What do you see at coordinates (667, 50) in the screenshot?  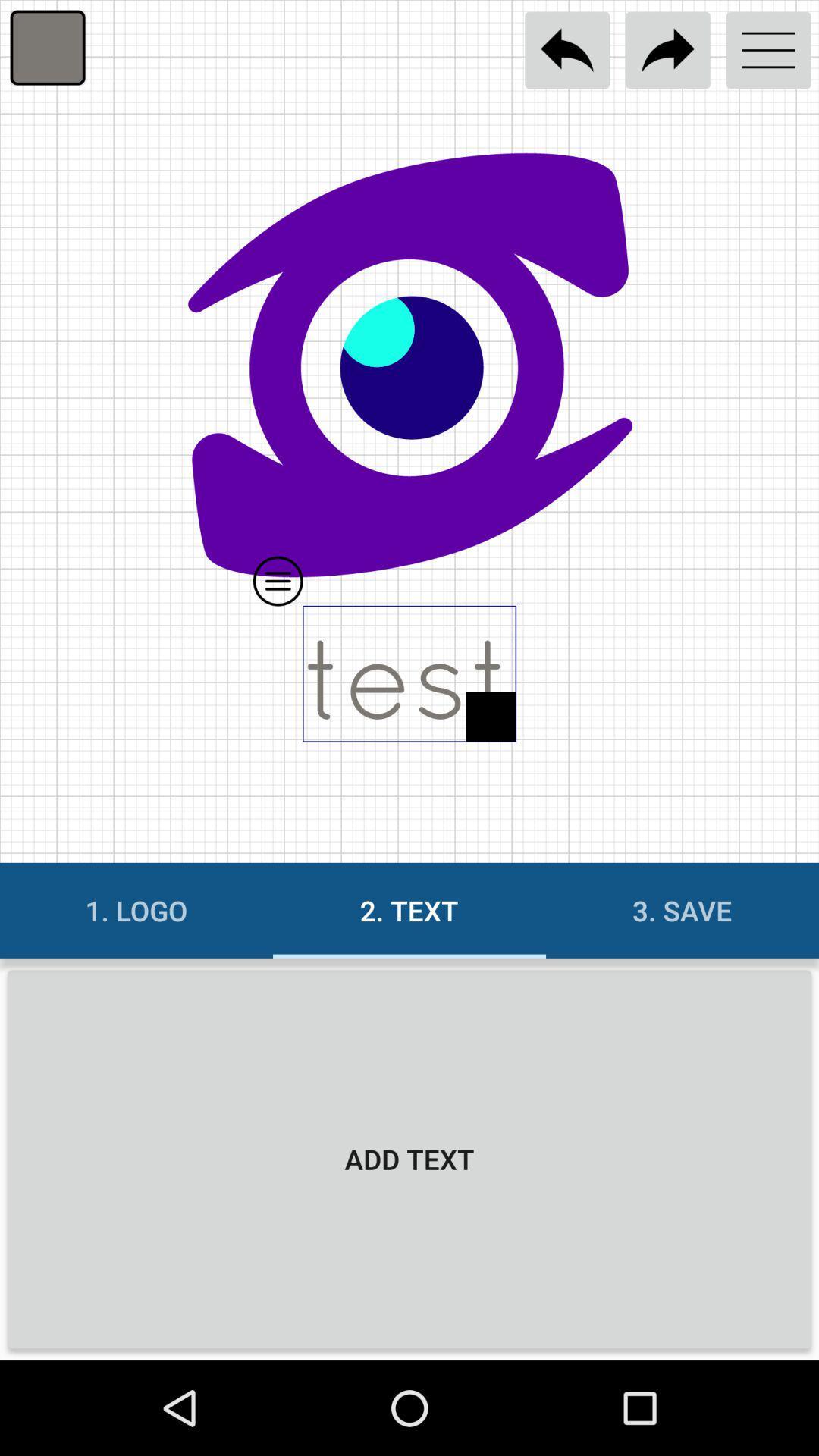 I see `next` at bounding box center [667, 50].